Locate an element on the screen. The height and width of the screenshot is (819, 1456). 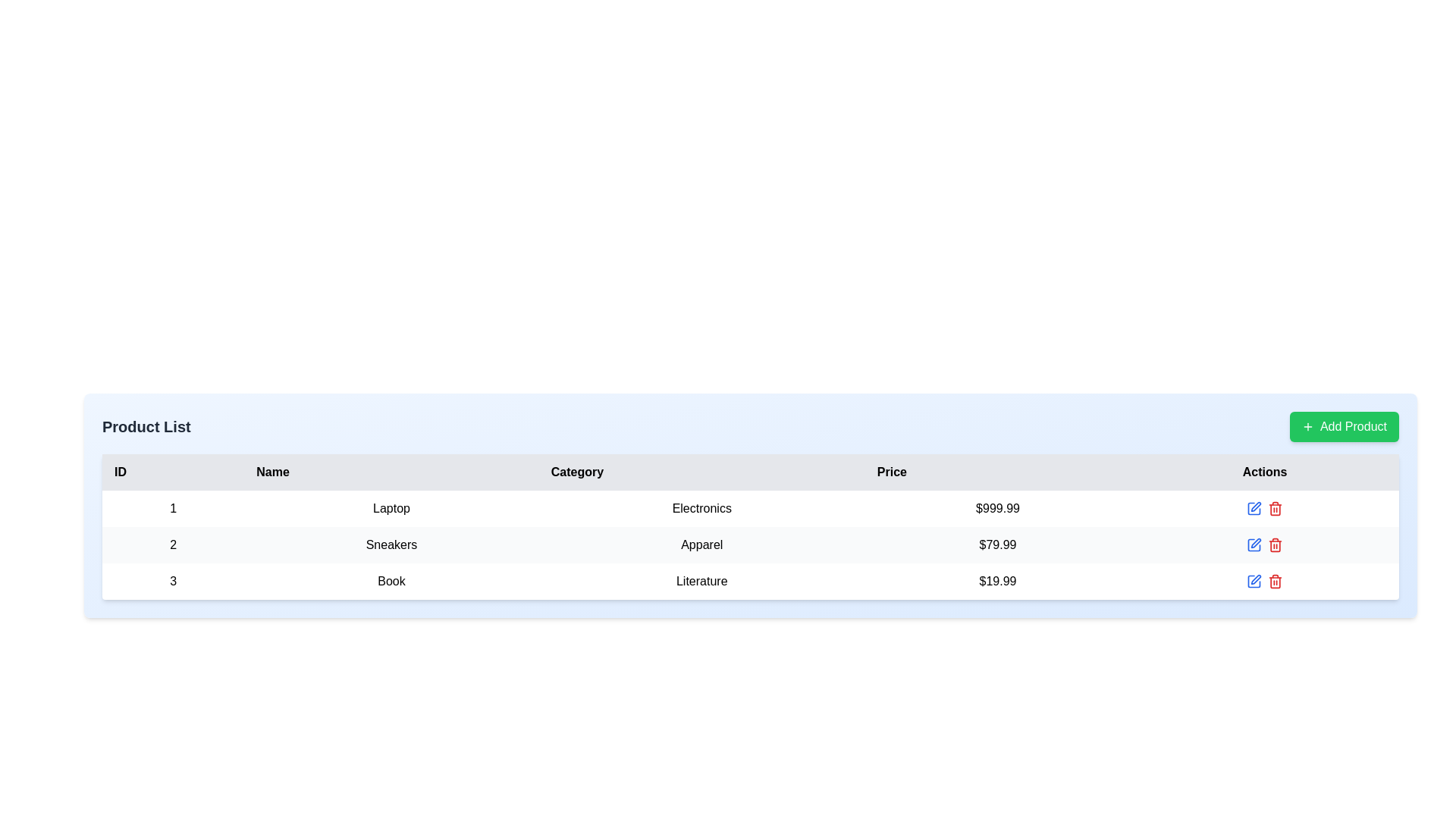
the blue pencil icon in the Actions column of the last row of the table is located at coordinates (1265, 581).